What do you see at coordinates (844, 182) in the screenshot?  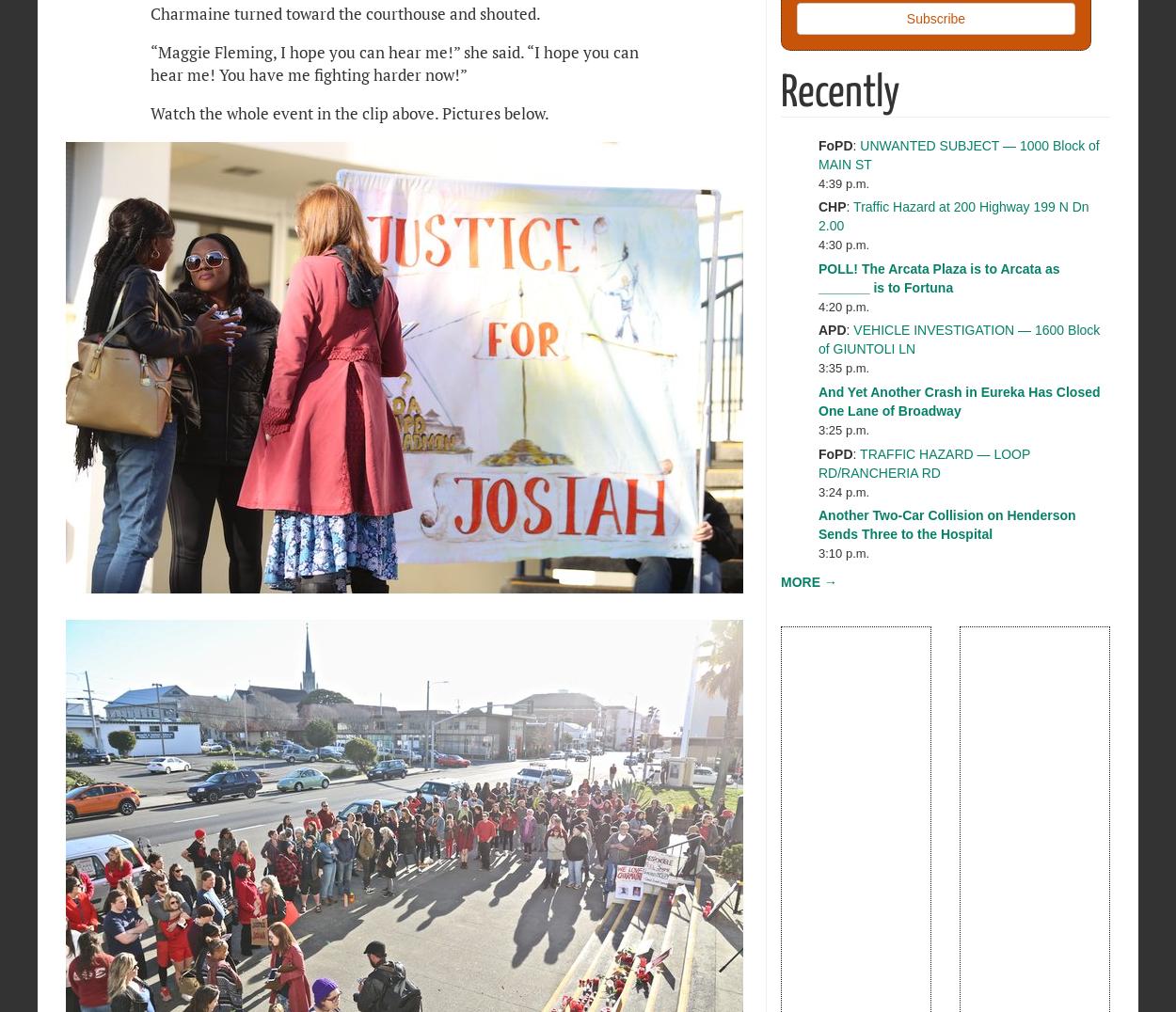 I see `'4:39 p.m.'` at bounding box center [844, 182].